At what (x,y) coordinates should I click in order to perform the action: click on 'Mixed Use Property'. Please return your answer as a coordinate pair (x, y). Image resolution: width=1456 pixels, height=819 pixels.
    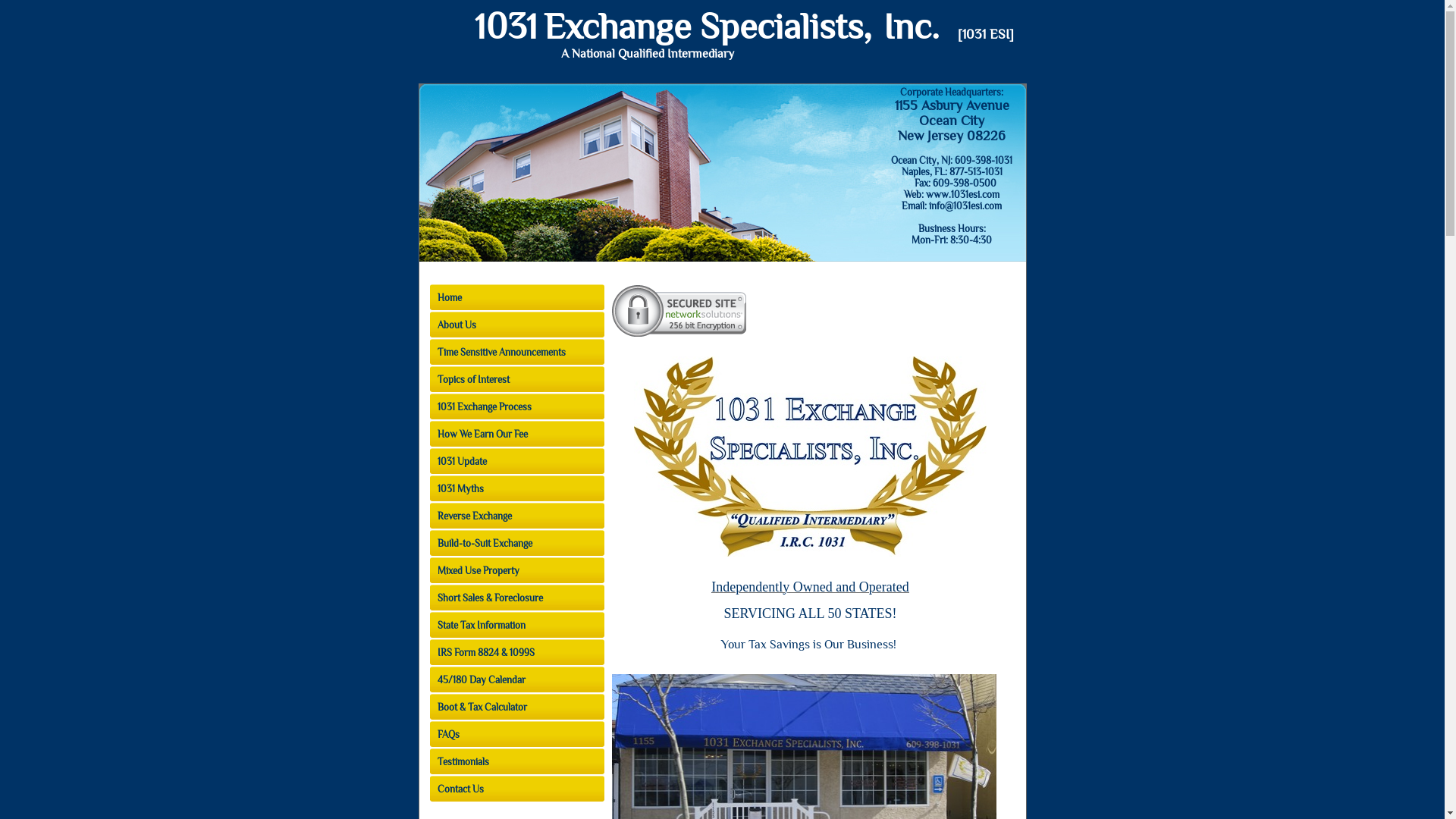
    Looking at the image, I should click on (516, 570).